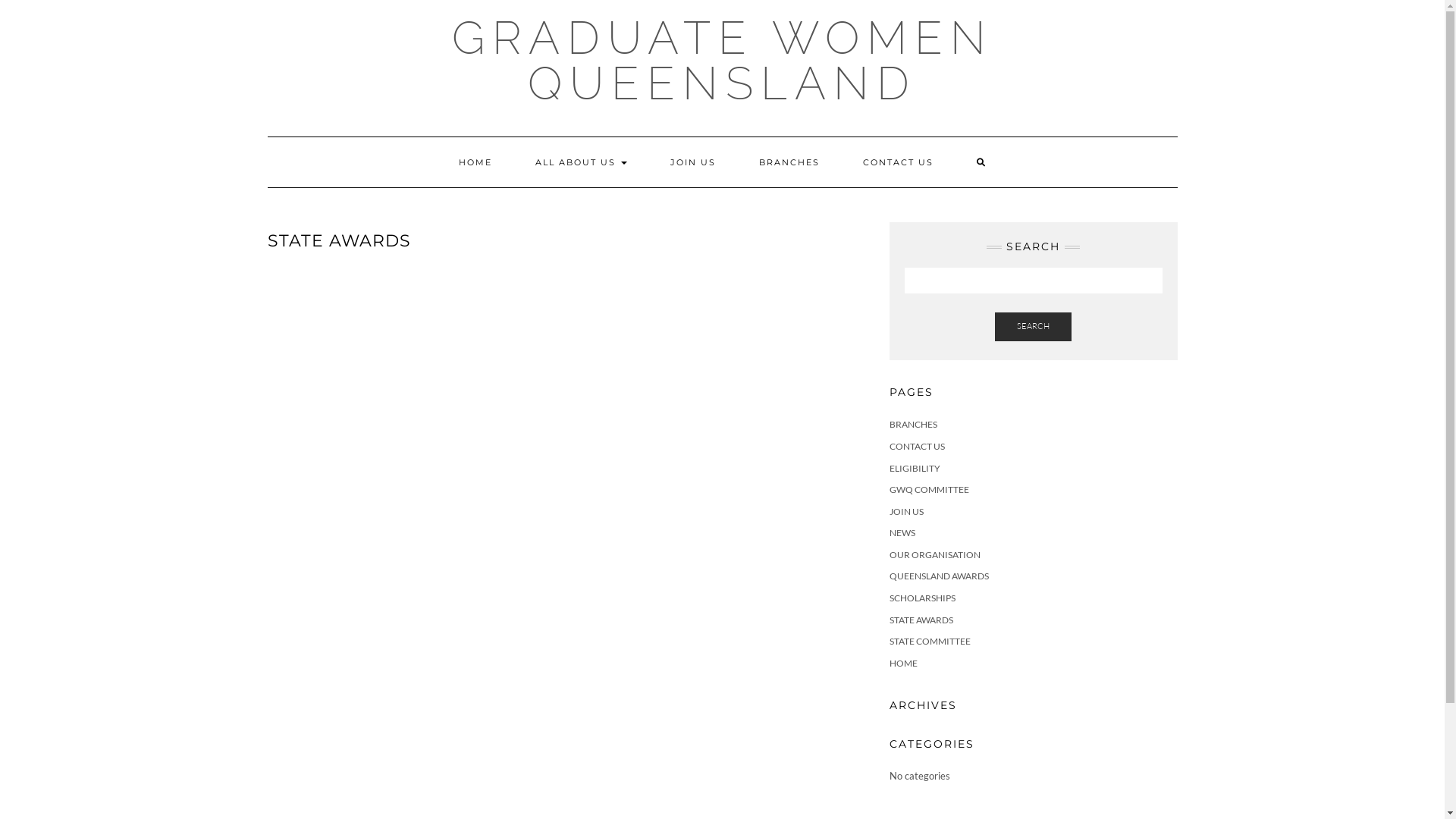 The height and width of the screenshot is (819, 1456). Describe the element at coordinates (475, 162) in the screenshot. I see `'HOME'` at that location.